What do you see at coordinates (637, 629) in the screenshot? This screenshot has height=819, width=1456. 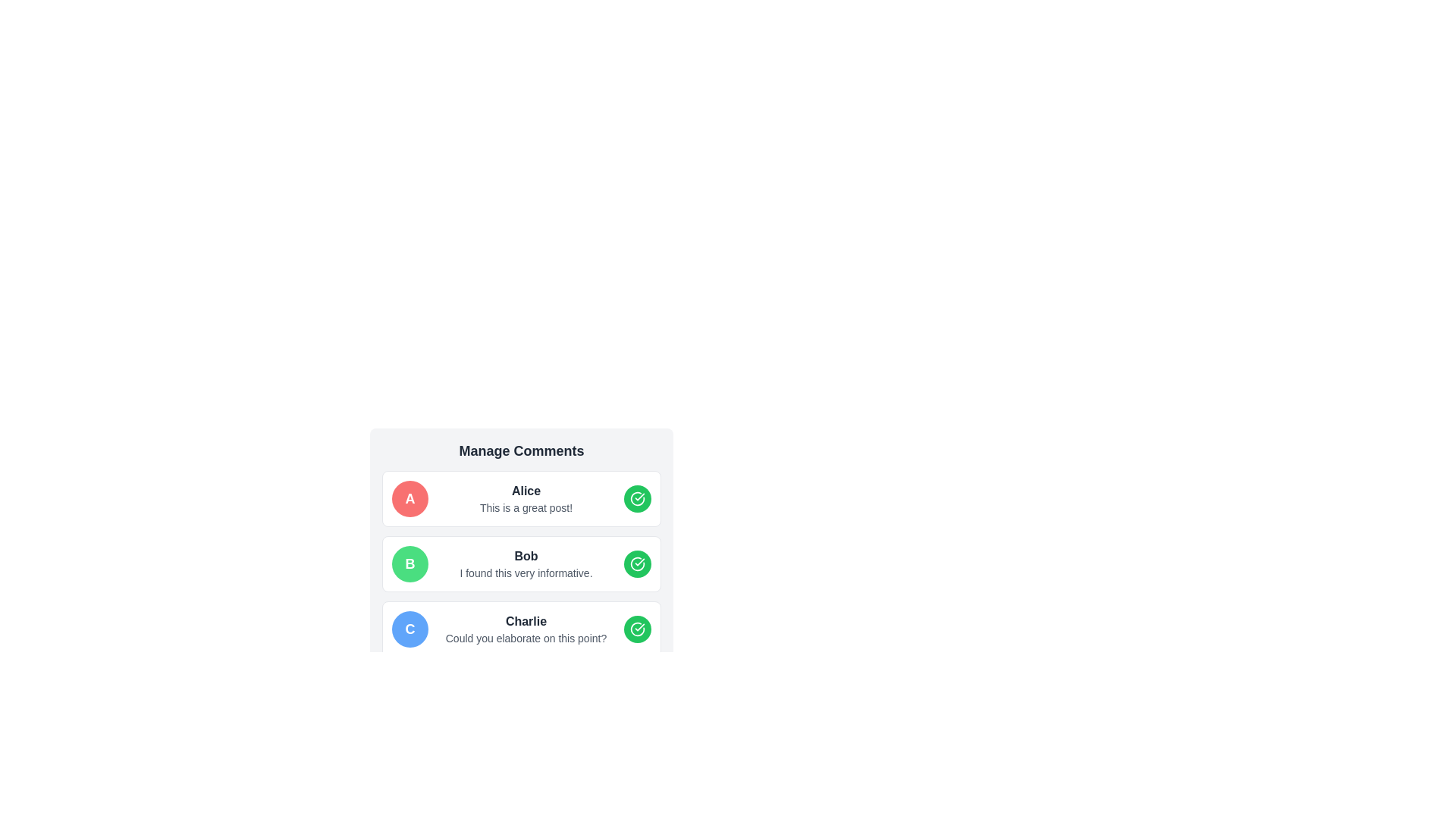 I see `the circular green button with a white checkmark located at the bottom-right corner of Charlie's comment card to observe the hover effect` at bounding box center [637, 629].